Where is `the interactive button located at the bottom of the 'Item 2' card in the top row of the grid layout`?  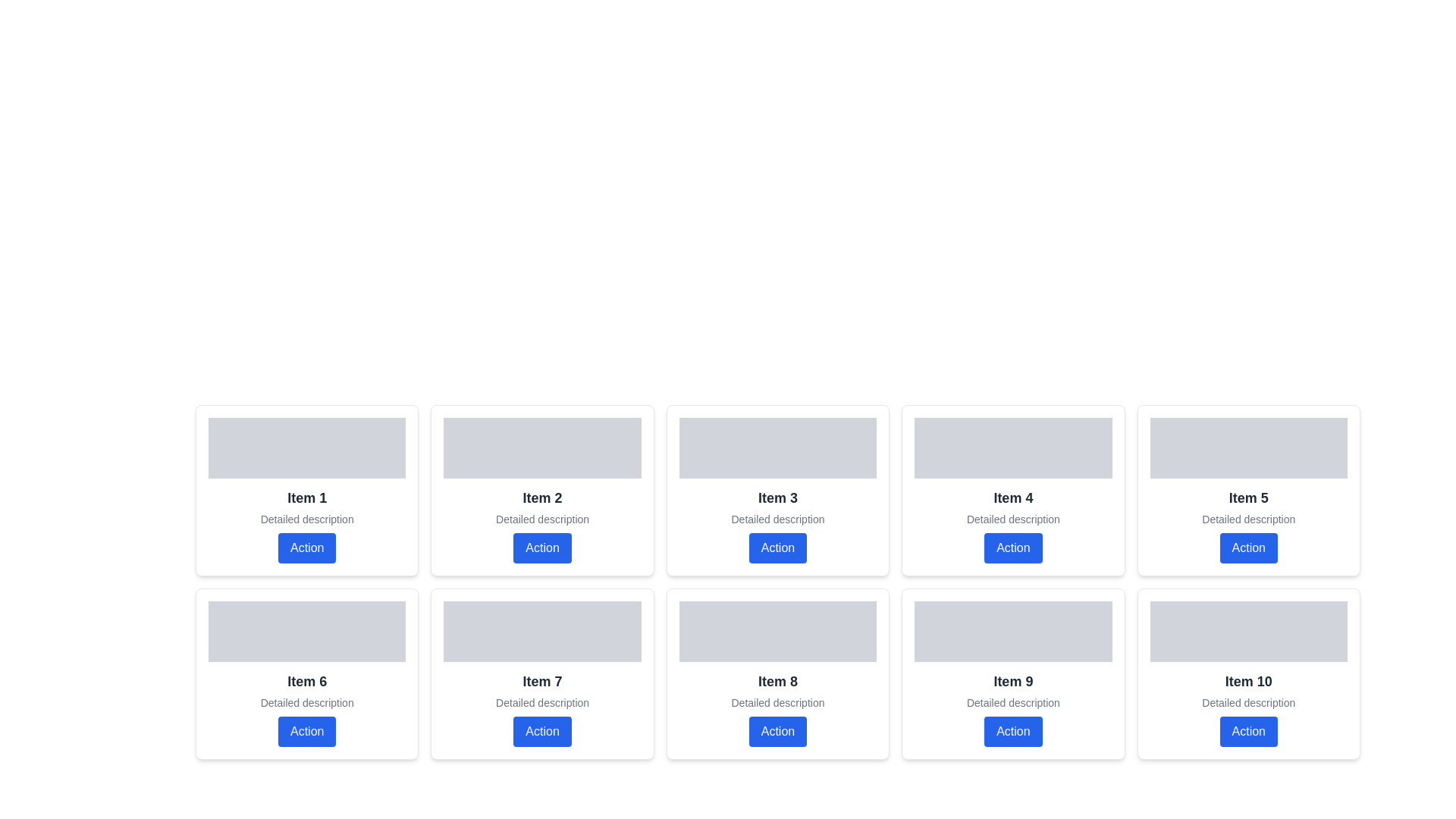 the interactive button located at the bottom of the 'Item 2' card in the top row of the grid layout is located at coordinates (542, 548).